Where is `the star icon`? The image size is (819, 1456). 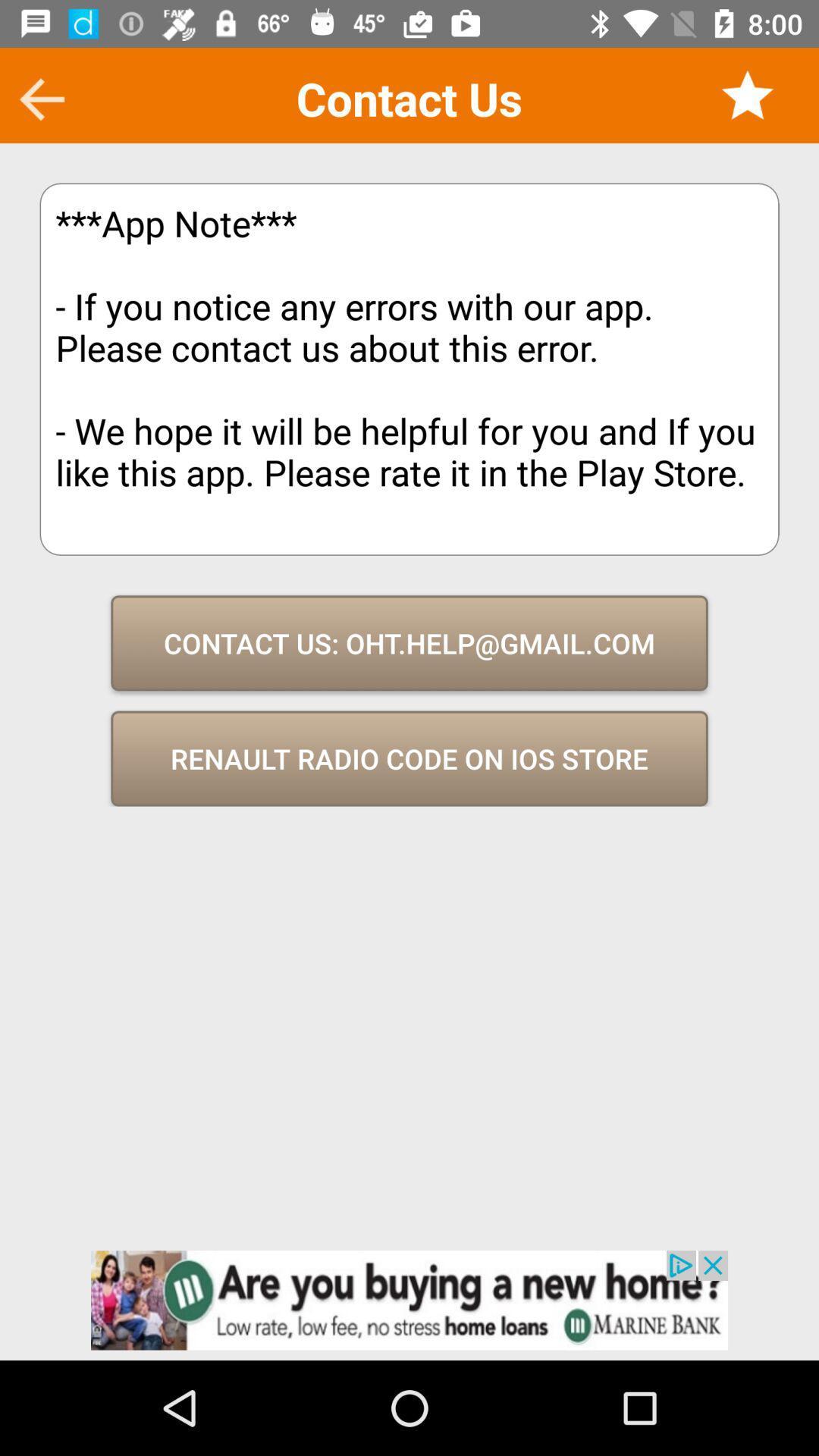 the star icon is located at coordinates (746, 94).